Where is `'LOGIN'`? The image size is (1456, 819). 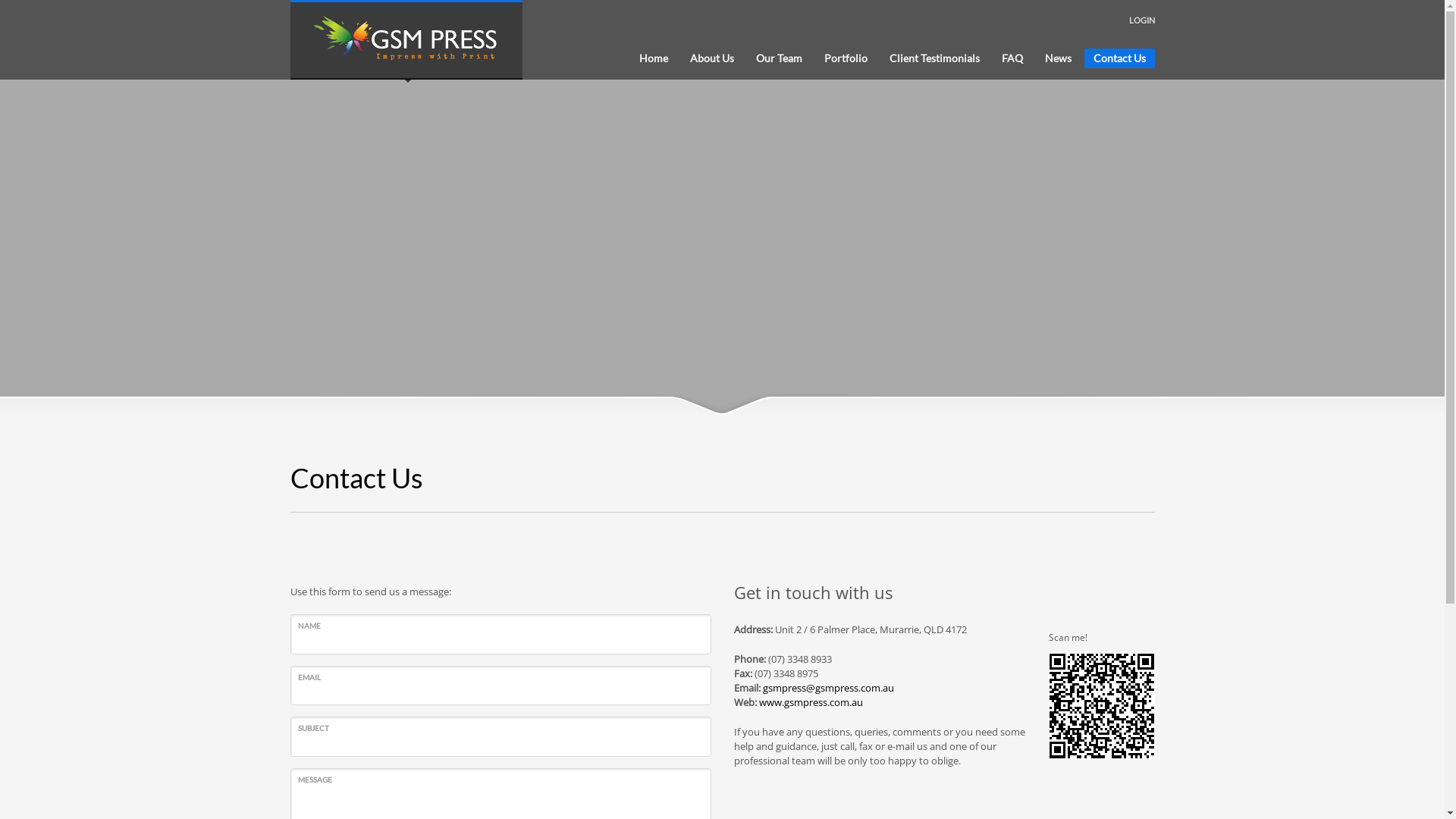 'LOGIN' is located at coordinates (1128, 20).